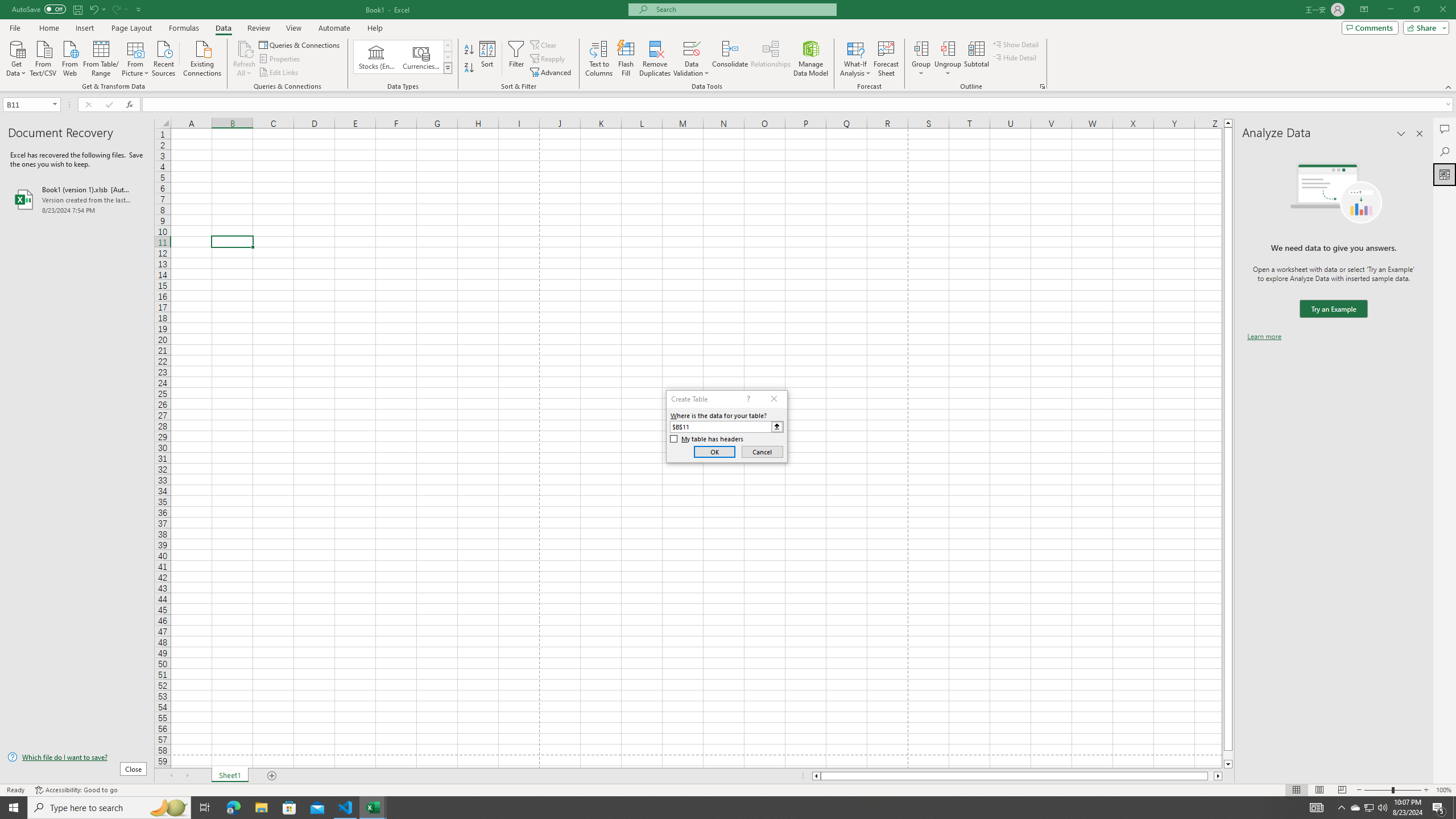  Describe the element at coordinates (280, 59) in the screenshot. I see `'Properties'` at that location.